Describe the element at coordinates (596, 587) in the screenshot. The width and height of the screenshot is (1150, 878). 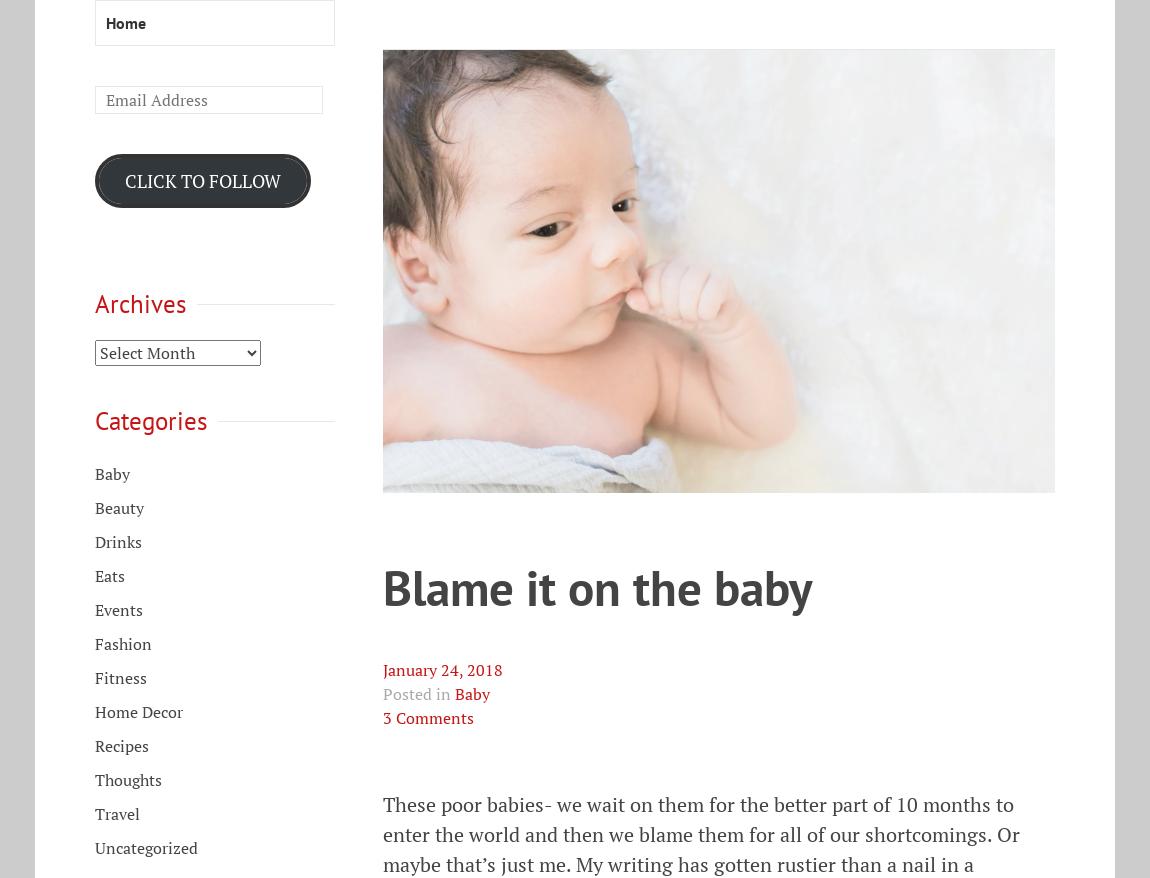
I see `'Blame it on the baby'` at that location.